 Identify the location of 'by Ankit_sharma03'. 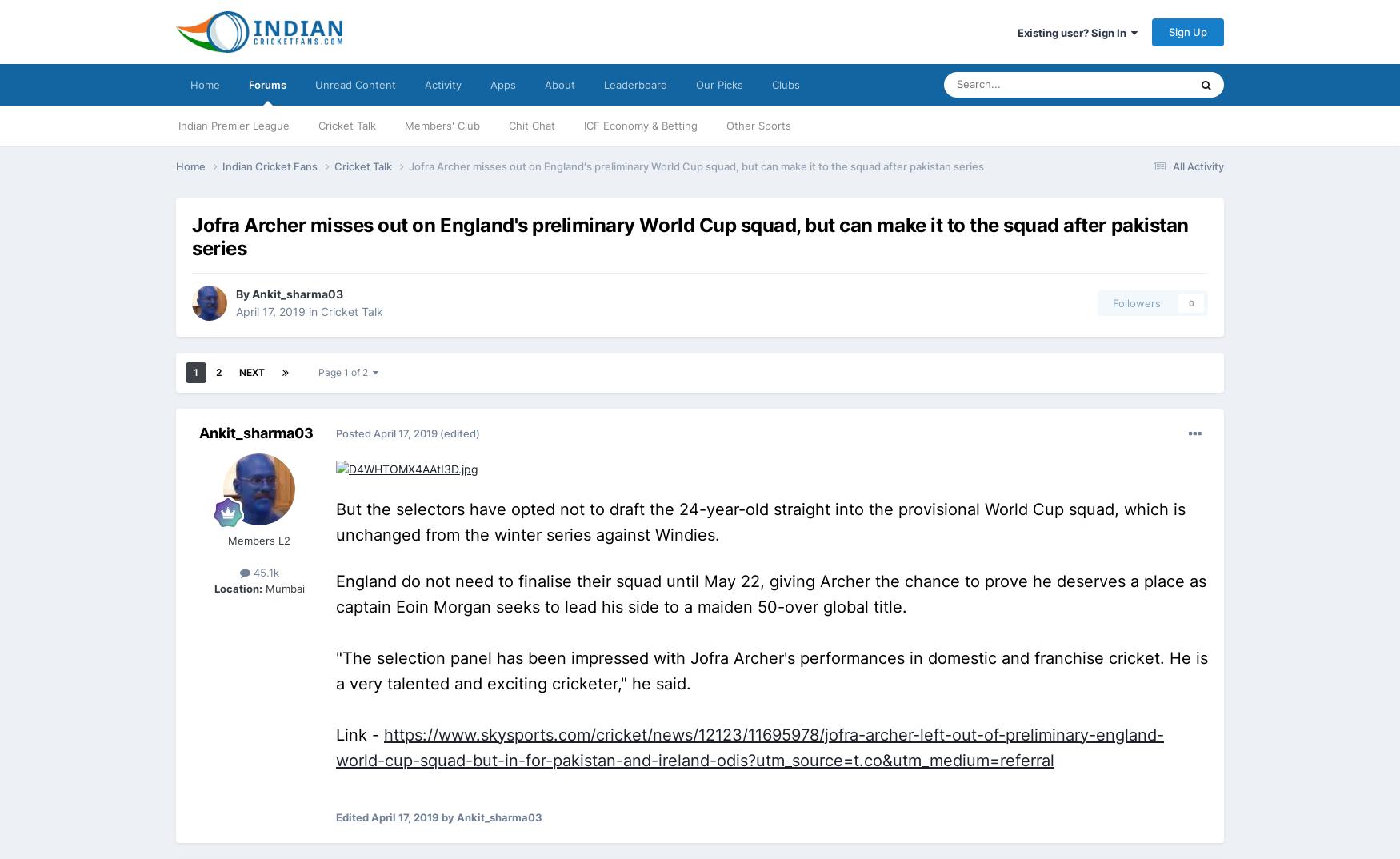
(438, 817).